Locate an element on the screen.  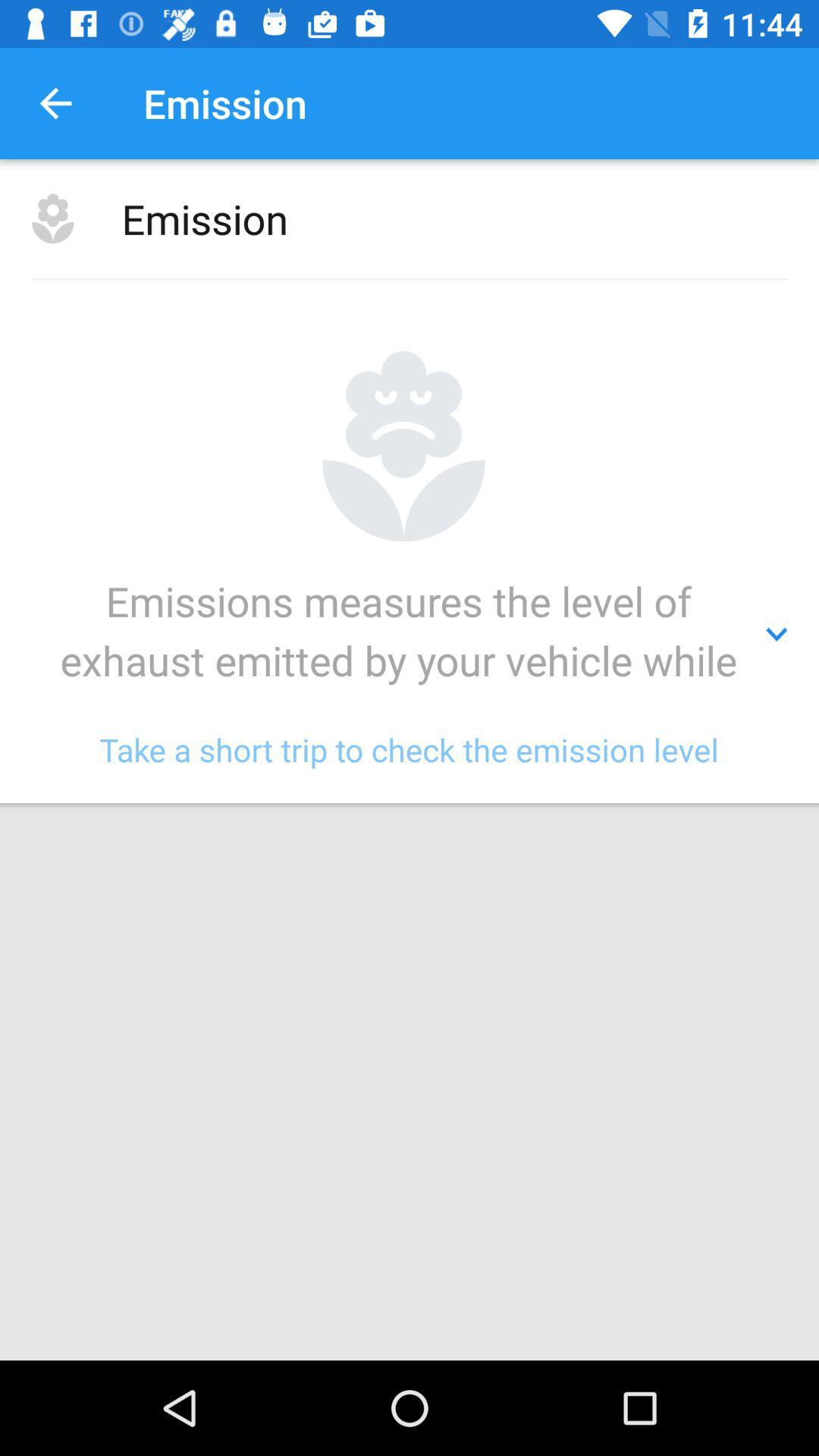
the icon above take a short is located at coordinates (409, 634).